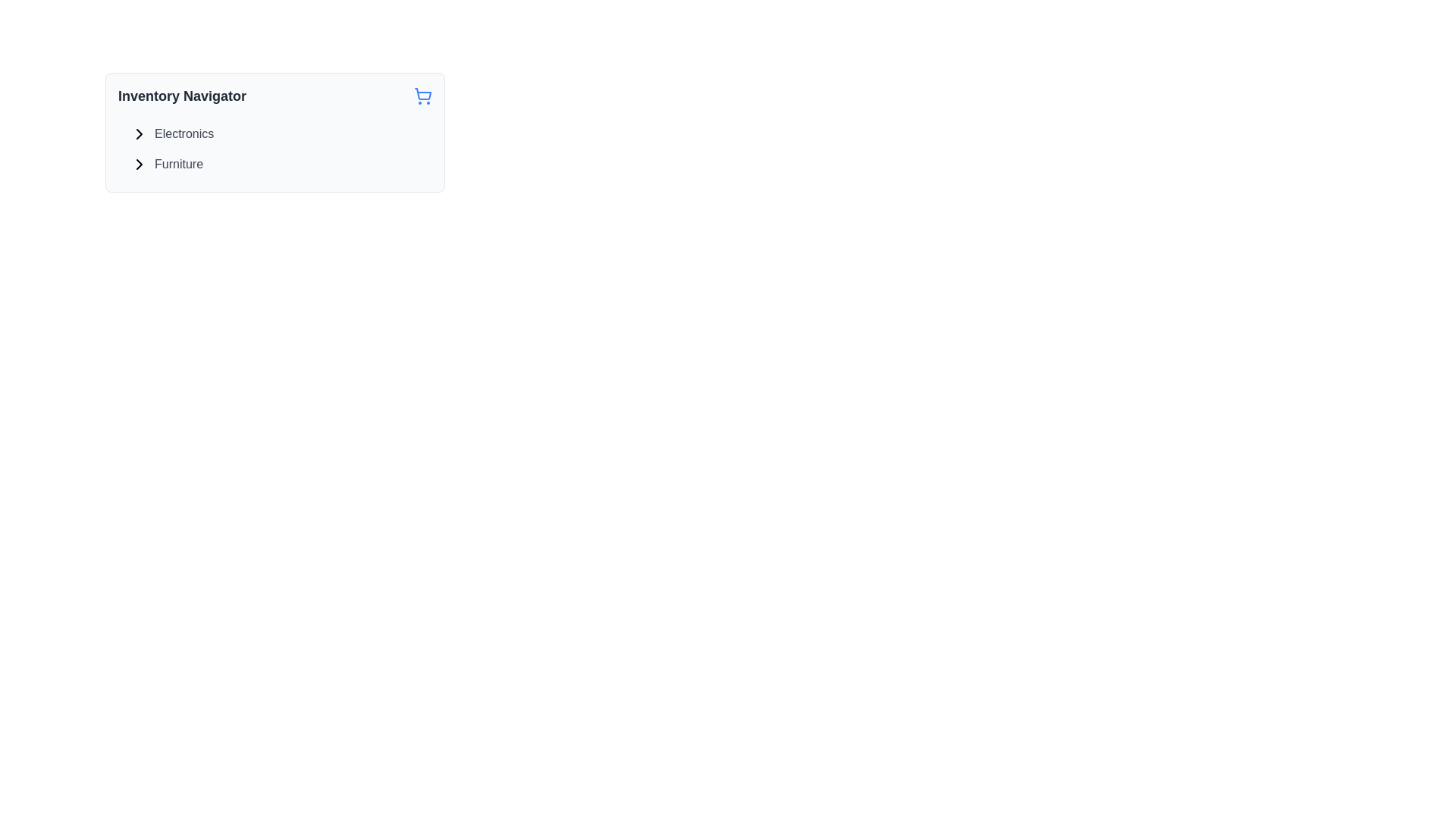 This screenshot has width=1456, height=819. Describe the element at coordinates (422, 96) in the screenshot. I see `the blue shopping cart icon located in the top-right corner of the 'Inventory Navigator' section, aligned with the bold title text 'Inventory Navigator'` at that location.